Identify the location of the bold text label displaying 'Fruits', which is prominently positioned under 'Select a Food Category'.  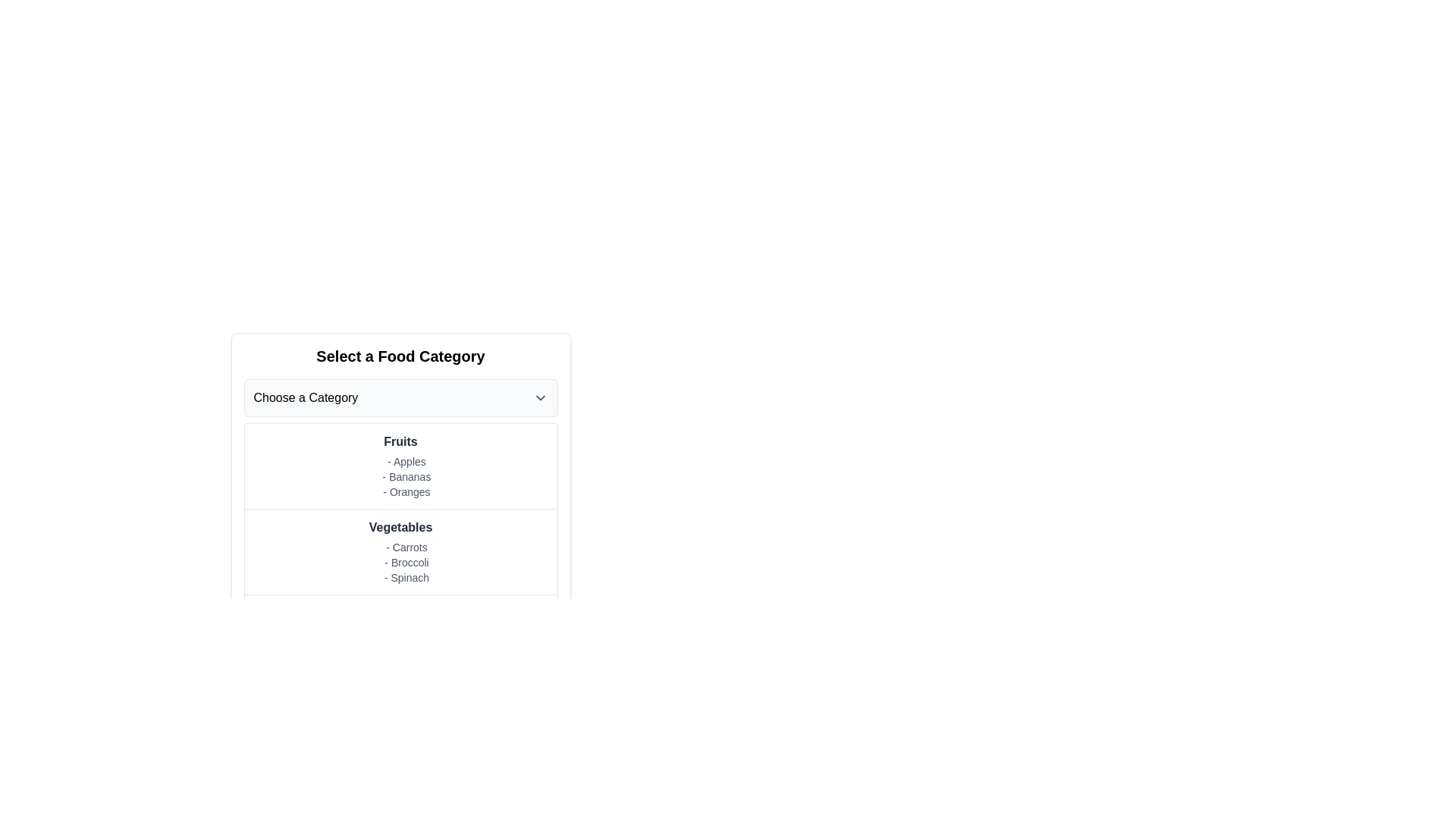
(400, 441).